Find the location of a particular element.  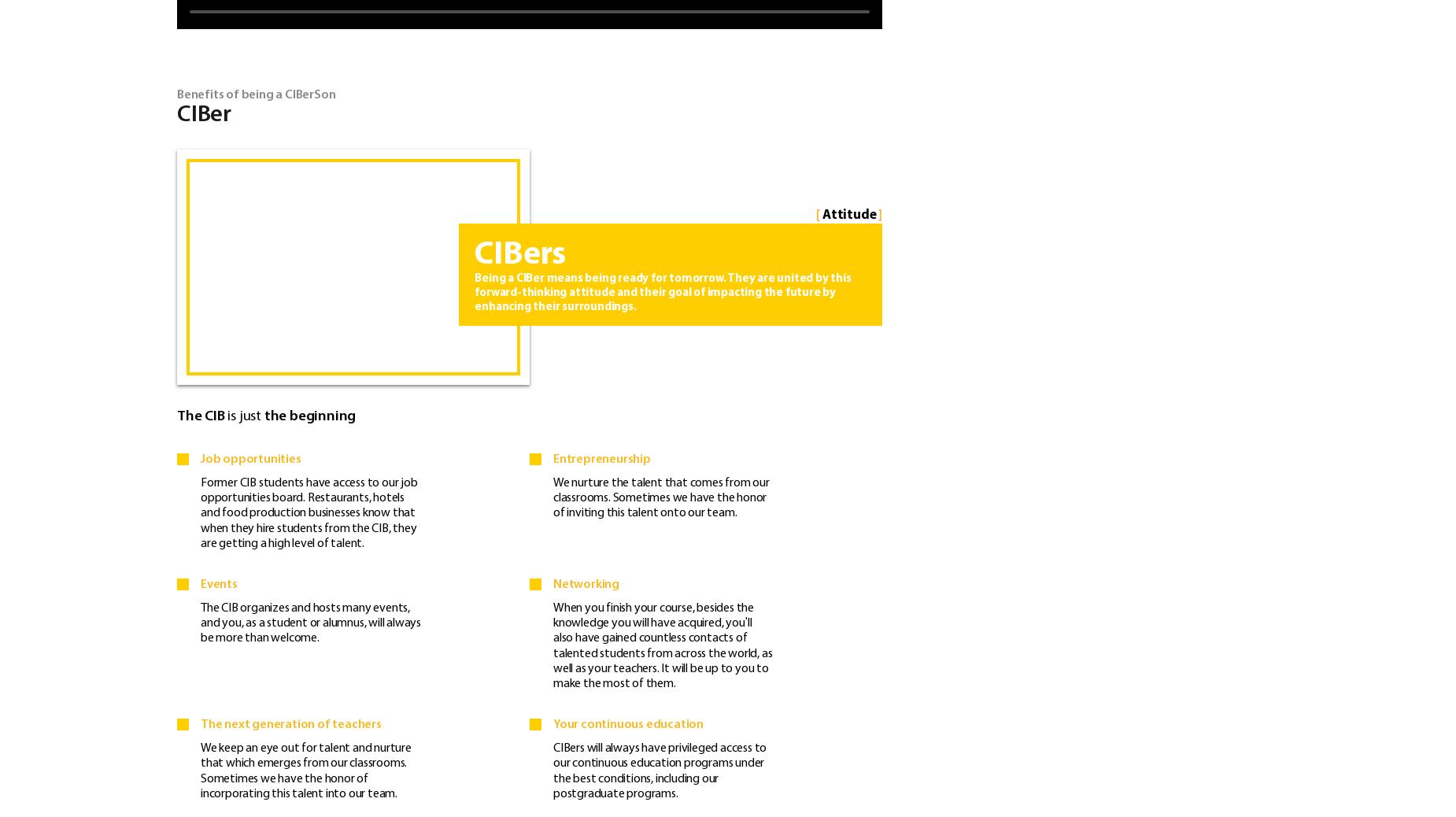

'the beginning' is located at coordinates (309, 415).